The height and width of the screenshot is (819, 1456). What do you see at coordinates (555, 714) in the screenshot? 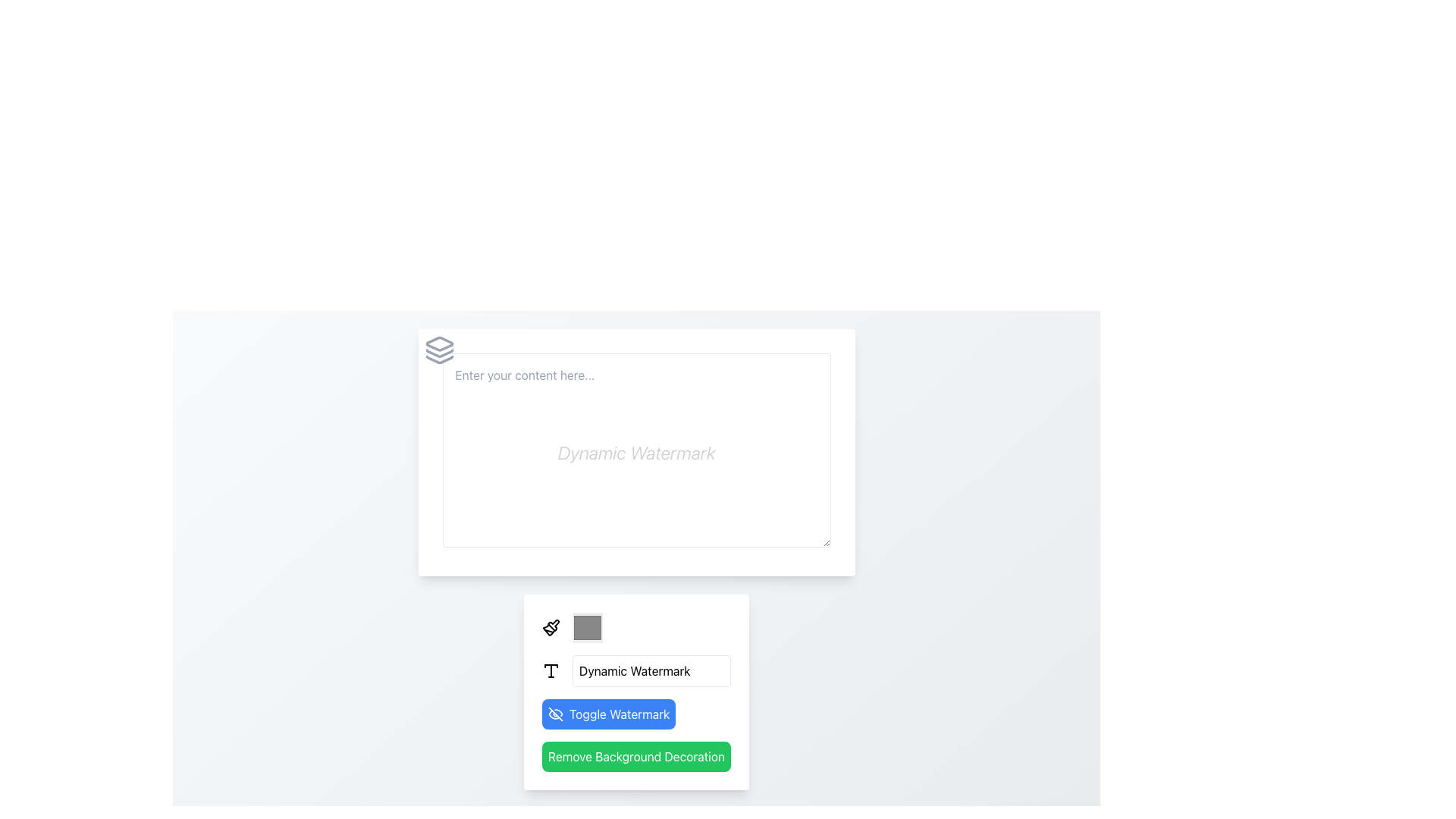
I see `the toggle icon for the watermark visibility feature located to the left of the 'Toggle Watermark' button to check its current state` at bounding box center [555, 714].